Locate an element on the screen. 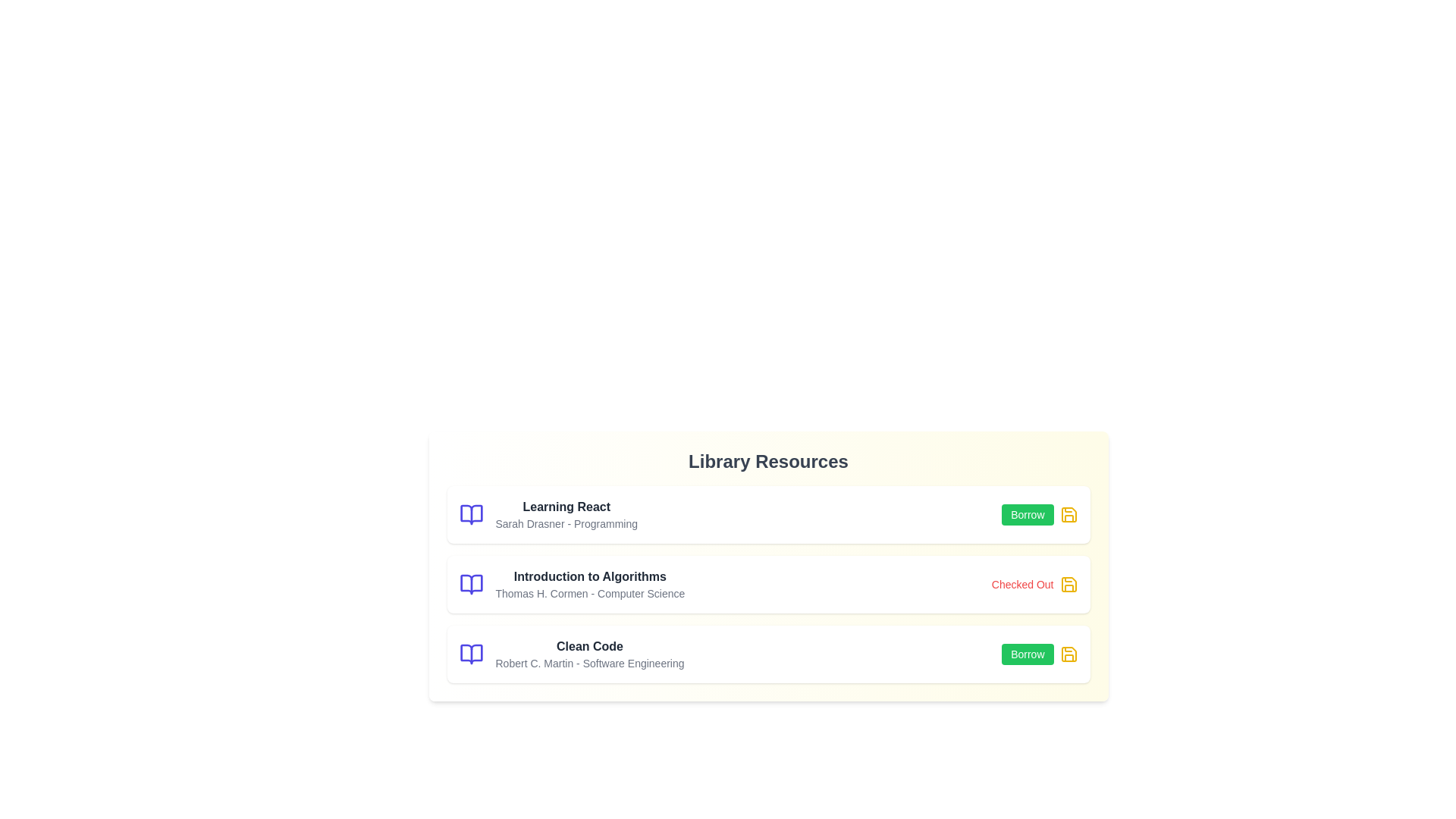 The image size is (1456, 819). 'Save' icon for the resource titled 'Introduction to Algorithms' is located at coordinates (1068, 584).